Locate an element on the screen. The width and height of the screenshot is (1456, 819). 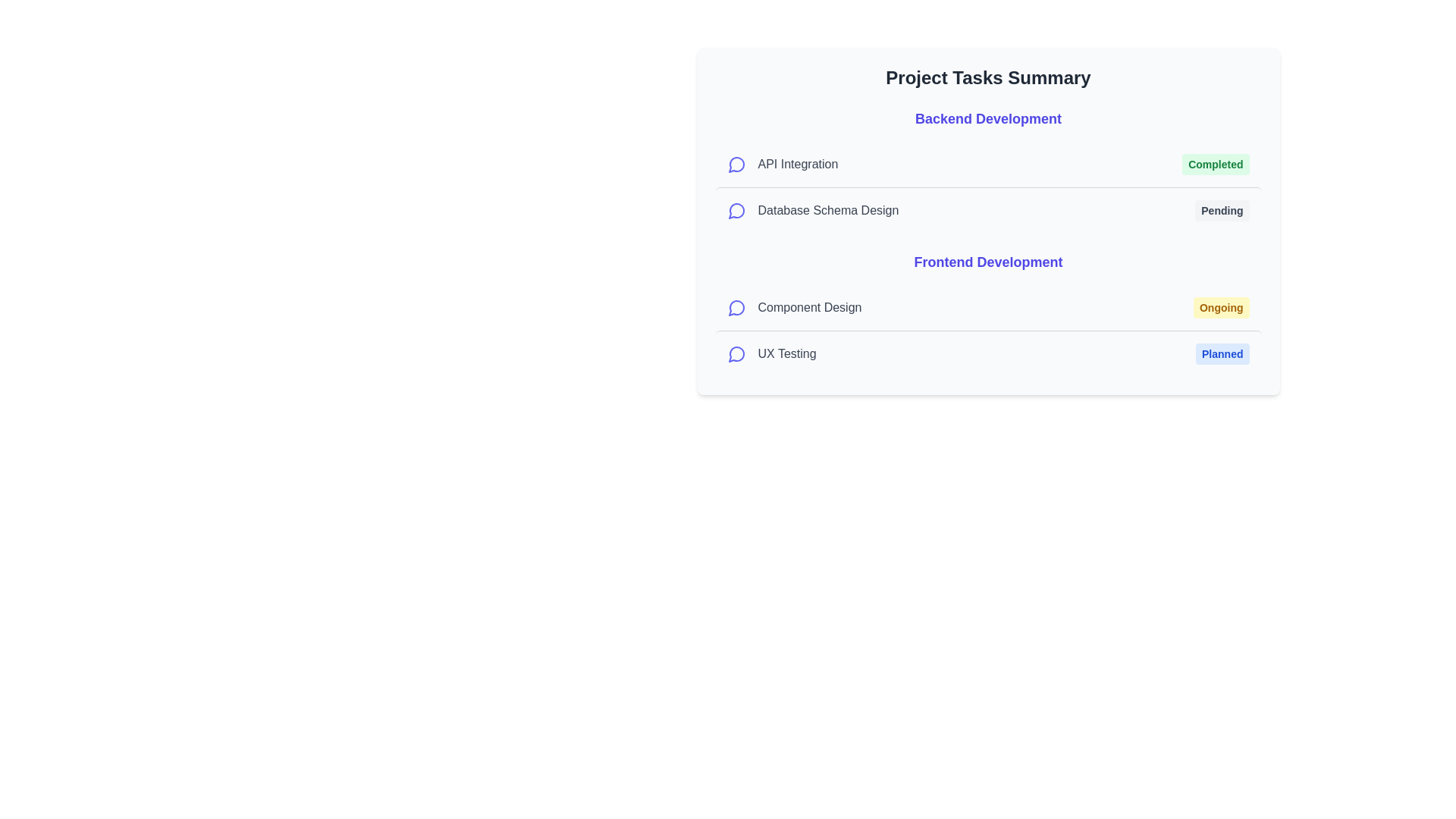
the circular indigo icon resembling a speech bubble located to the left of the 'UX Testing' label for accessibility navigation is located at coordinates (736, 353).